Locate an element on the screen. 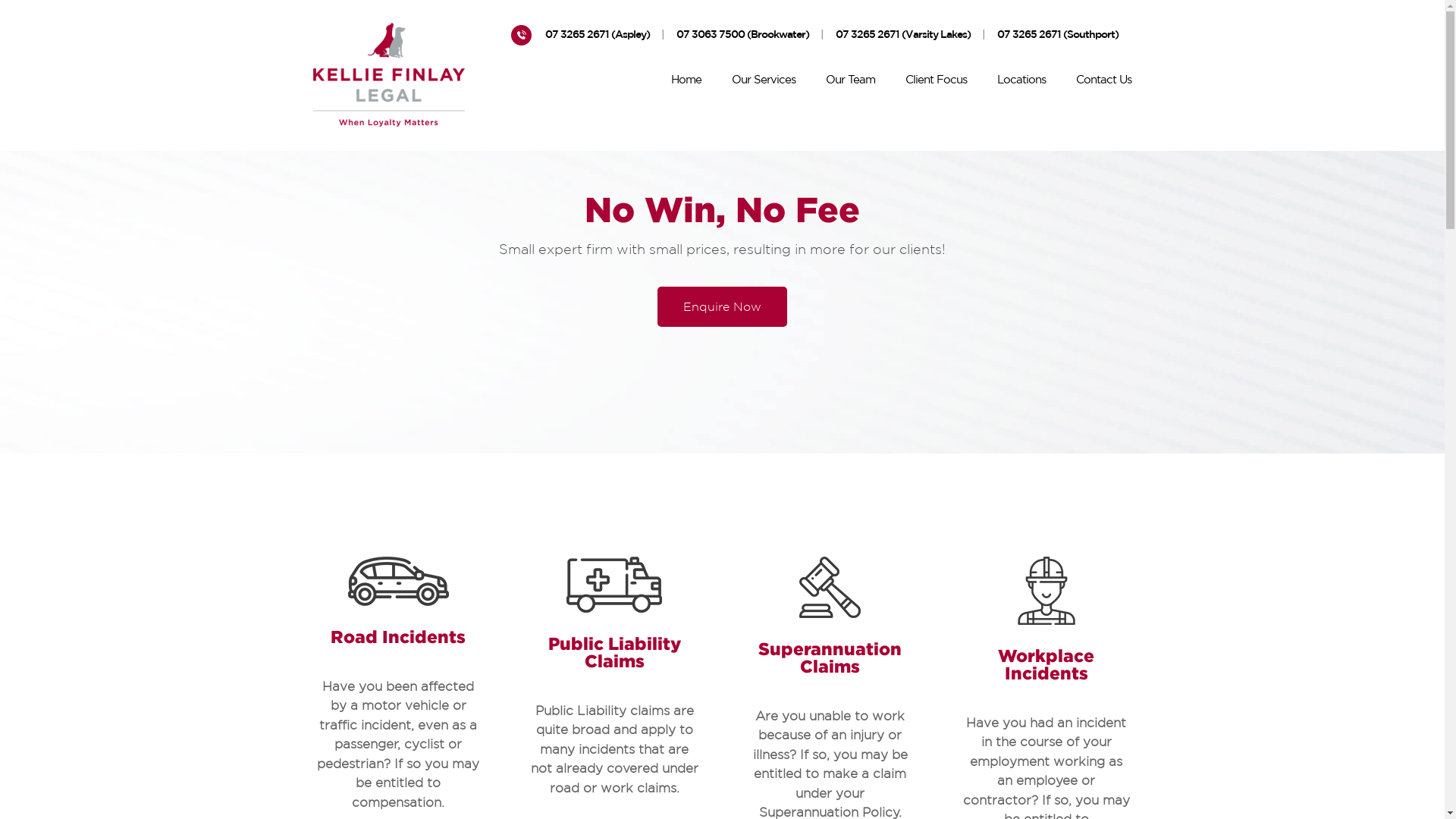 The width and height of the screenshot is (1456, 819). 'Contact Us' is located at coordinates (1103, 82).